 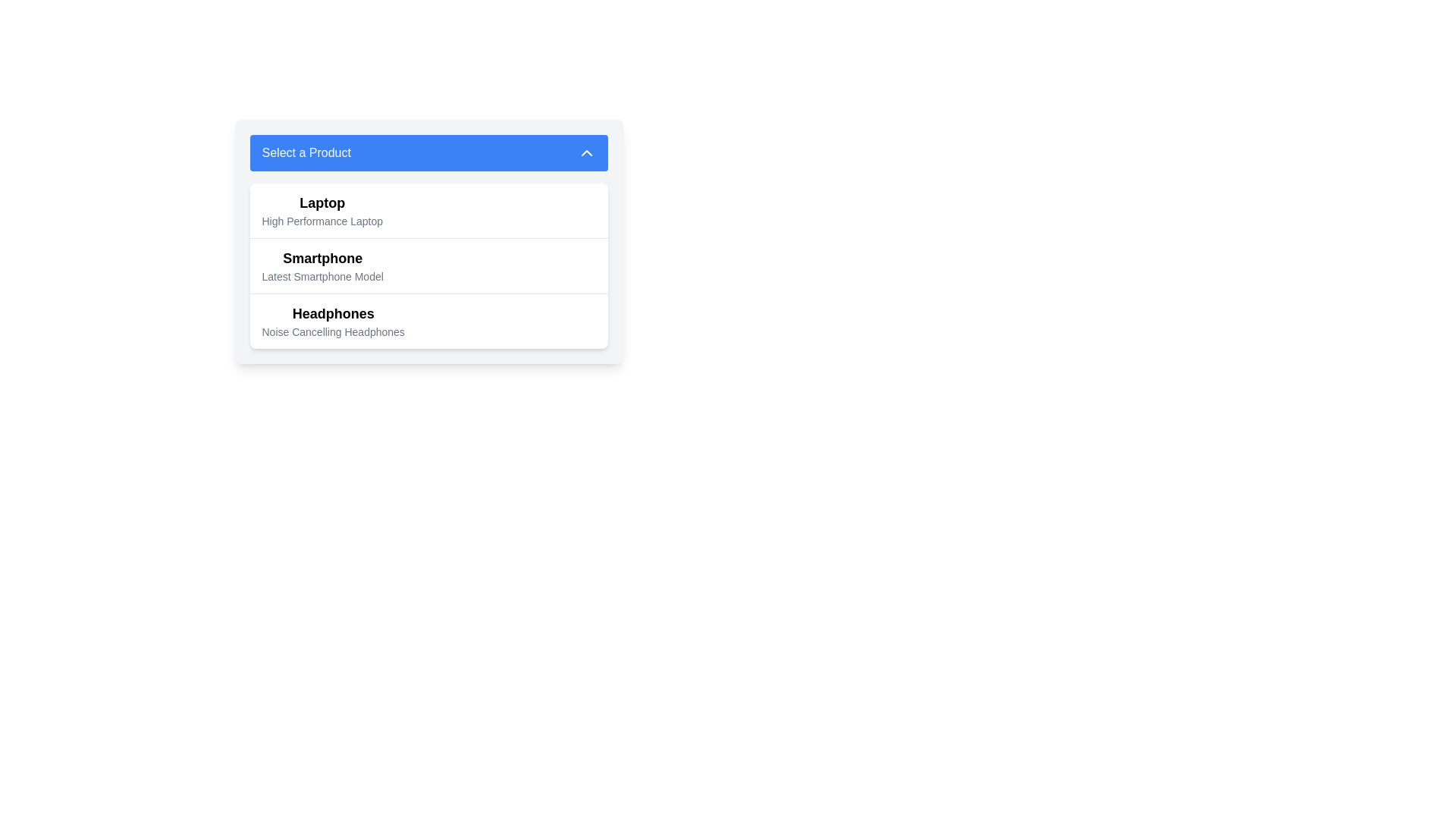 I want to click on the third item labeled 'Headphones' in the dropdown menu, so click(x=332, y=321).